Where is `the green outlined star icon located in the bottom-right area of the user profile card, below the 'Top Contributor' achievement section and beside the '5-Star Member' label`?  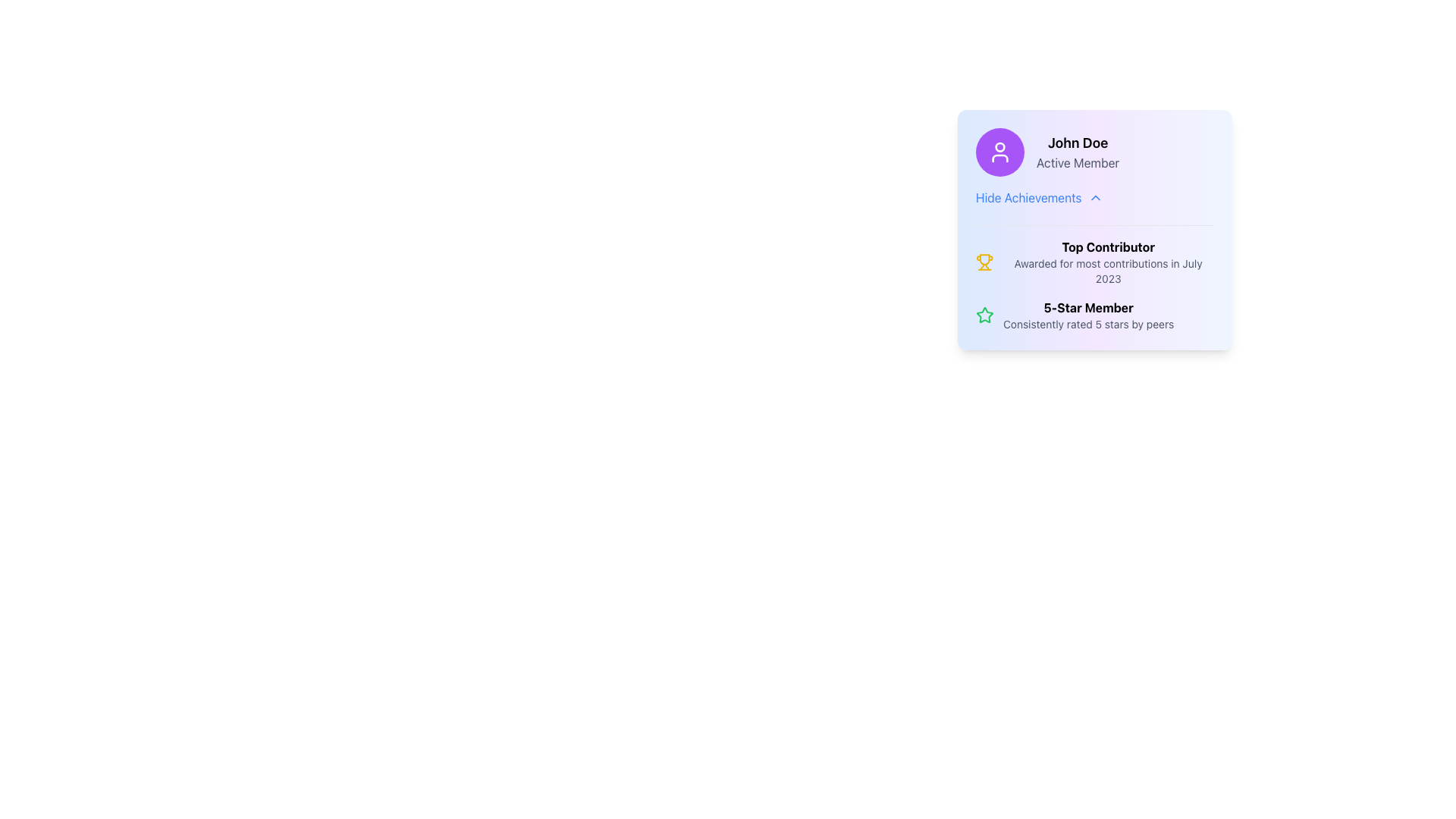
the green outlined star icon located in the bottom-right area of the user profile card, below the 'Top Contributor' achievement section and beside the '5-Star Member' label is located at coordinates (985, 314).